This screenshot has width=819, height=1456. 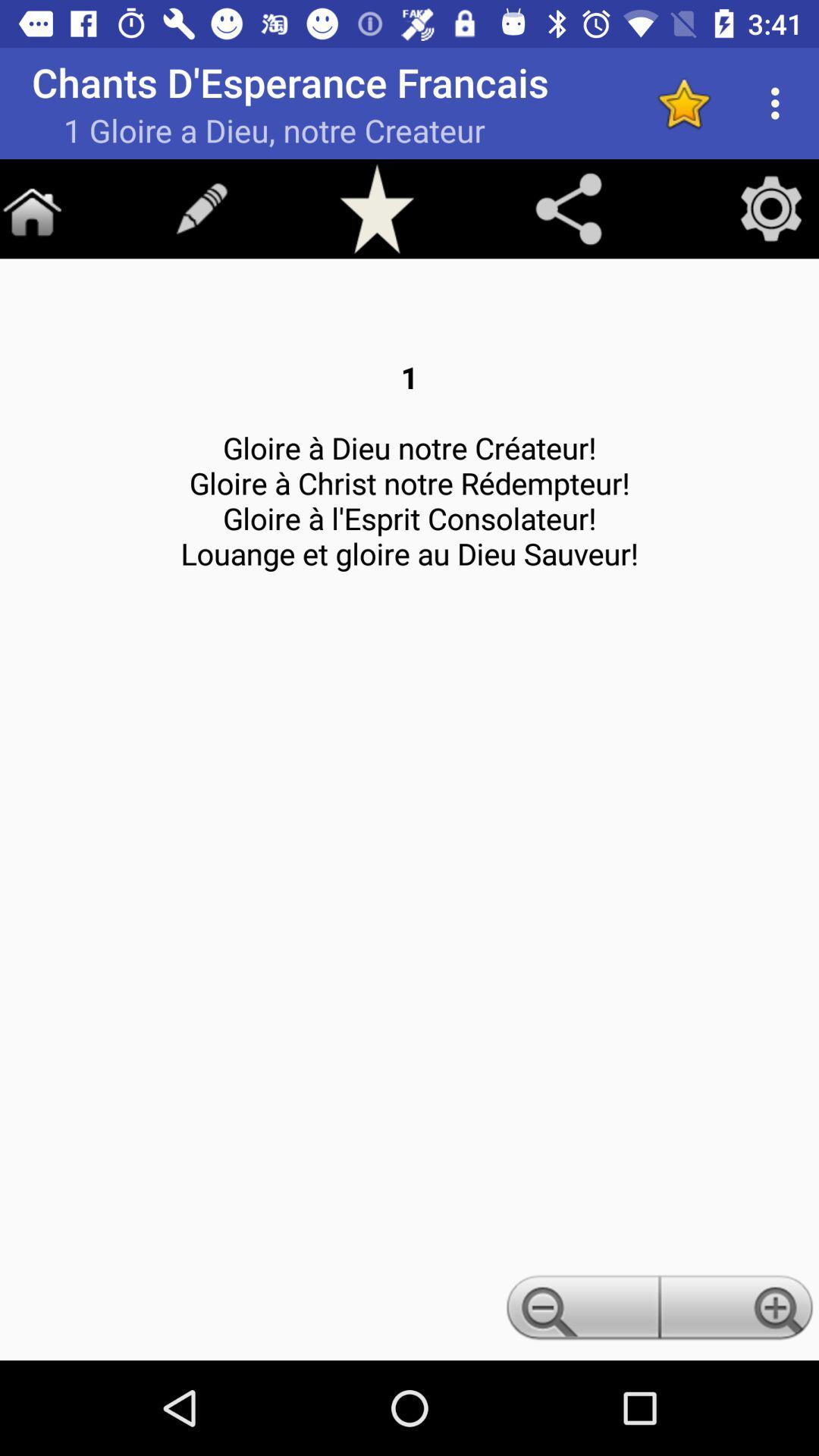 I want to click on go home, so click(x=32, y=208).